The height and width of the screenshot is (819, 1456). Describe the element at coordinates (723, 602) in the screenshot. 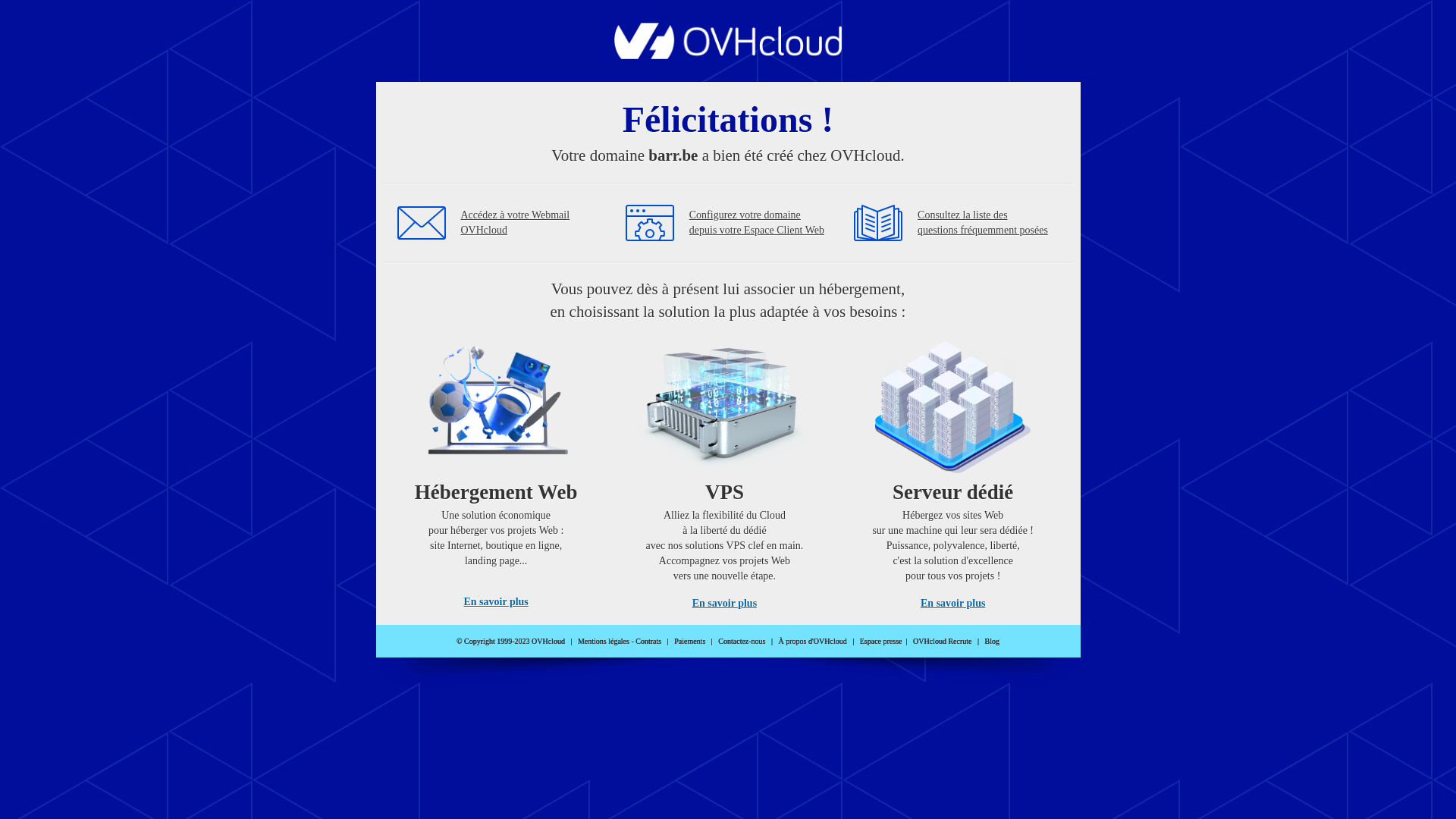

I see `'En savoir plus'` at that location.